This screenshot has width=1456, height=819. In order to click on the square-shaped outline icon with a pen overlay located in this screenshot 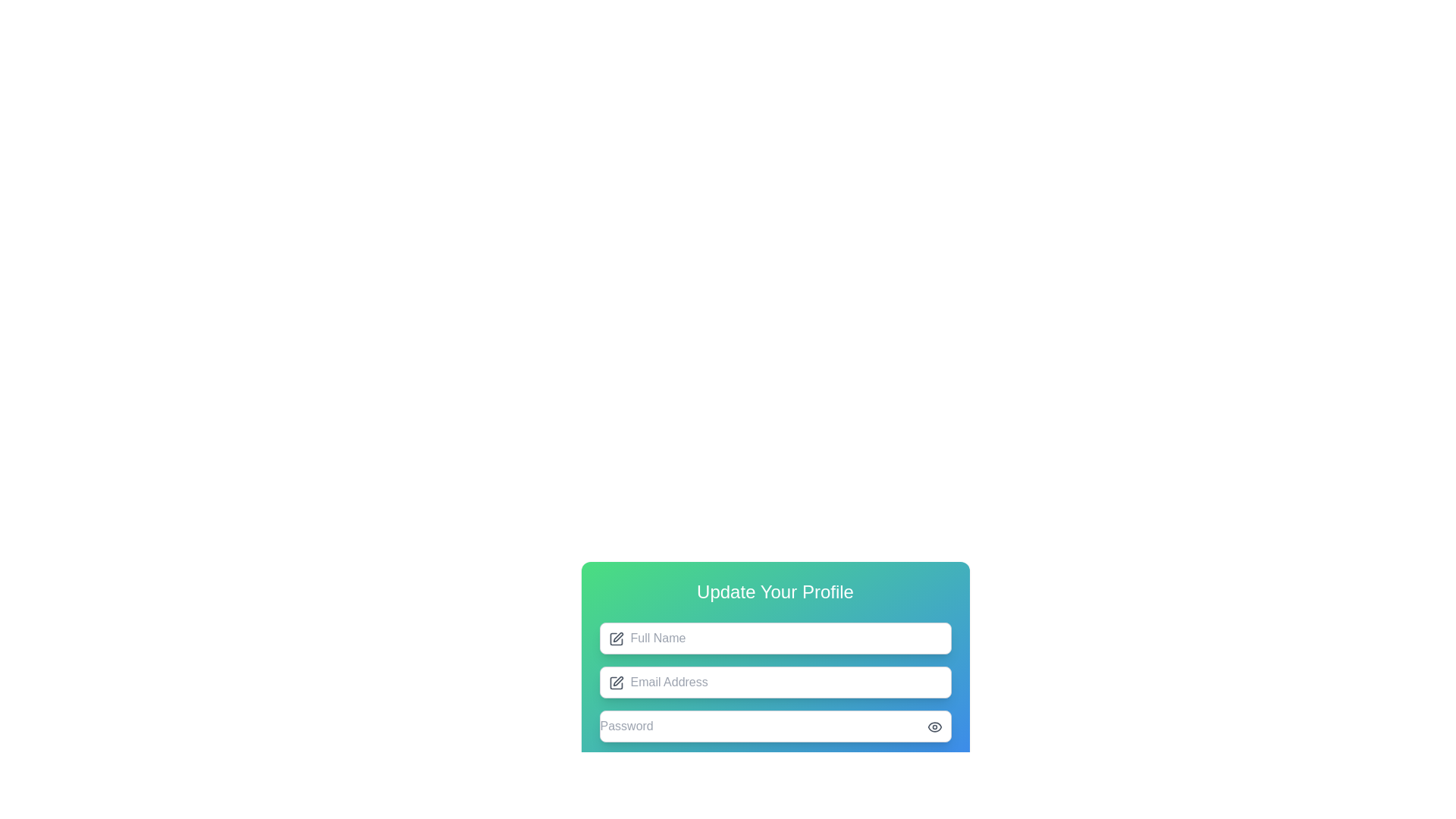, I will do `click(616, 639)`.